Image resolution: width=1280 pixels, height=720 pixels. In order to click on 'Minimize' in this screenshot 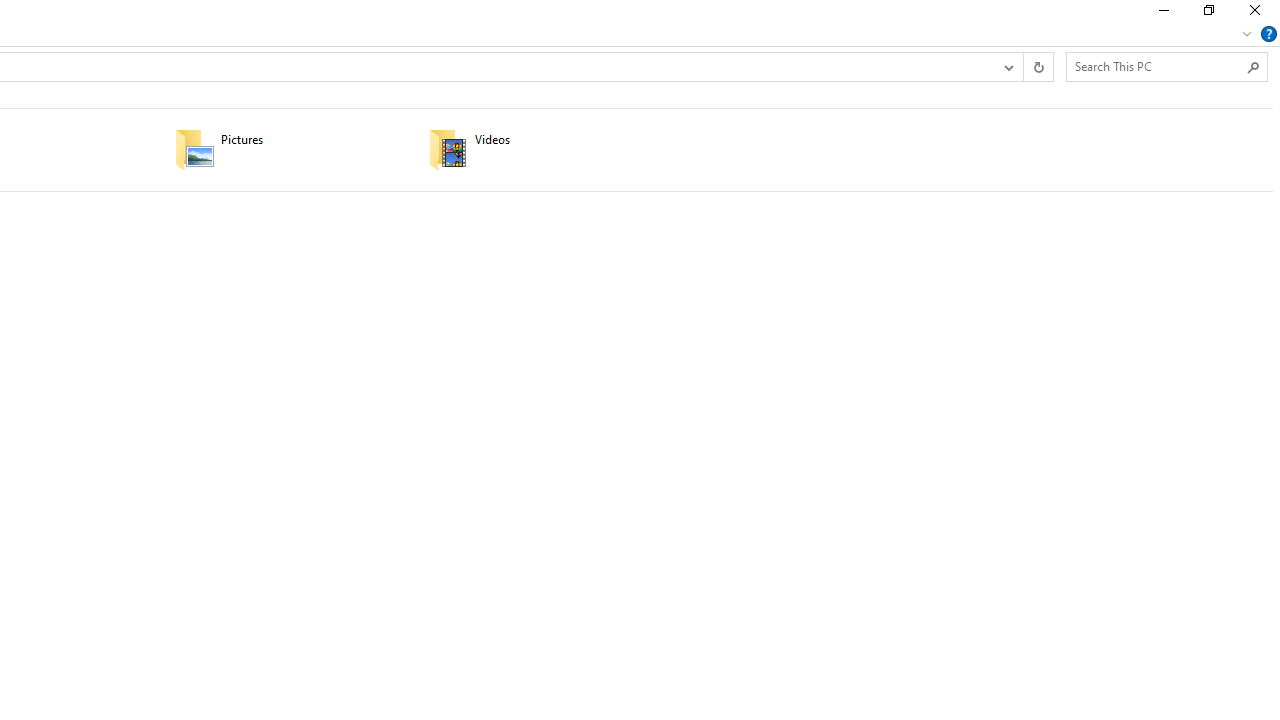, I will do `click(1162, 15)`.